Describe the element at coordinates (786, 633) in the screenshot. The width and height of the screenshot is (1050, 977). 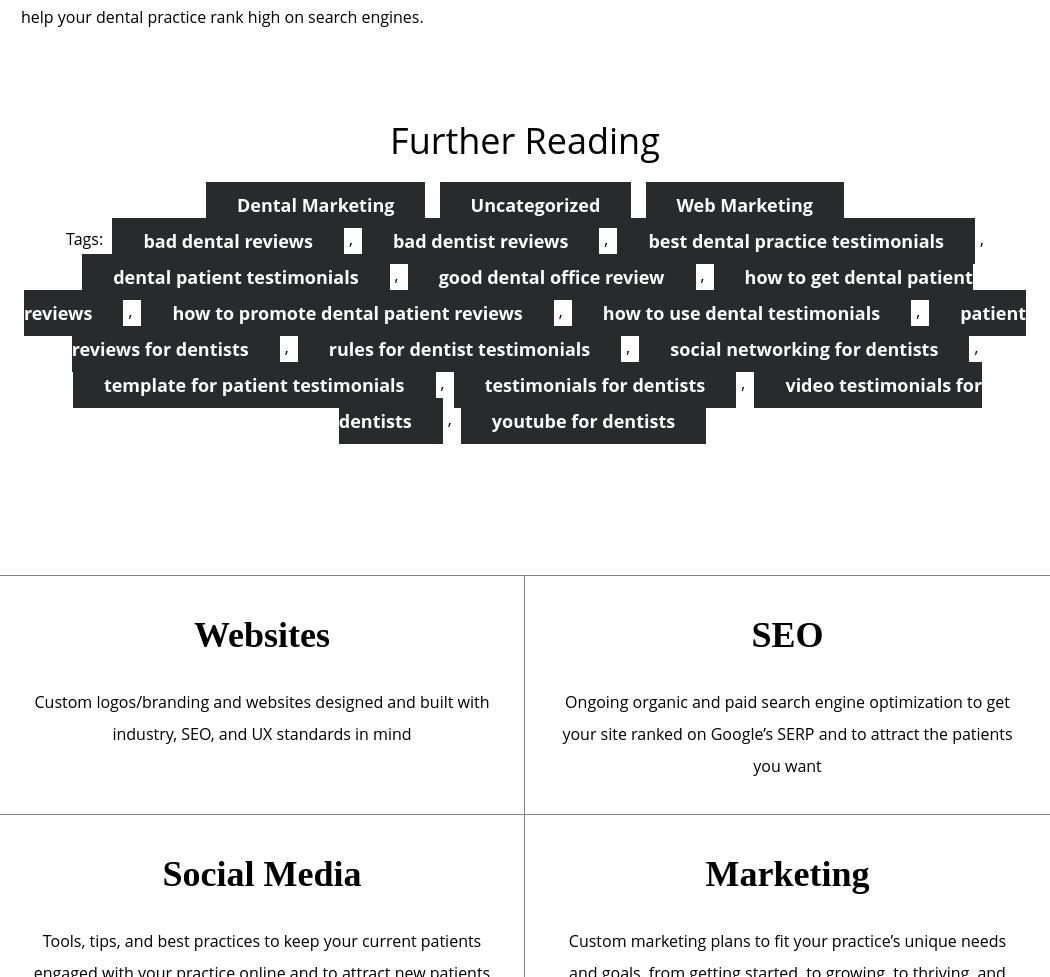
I see `'SEO'` at that location.